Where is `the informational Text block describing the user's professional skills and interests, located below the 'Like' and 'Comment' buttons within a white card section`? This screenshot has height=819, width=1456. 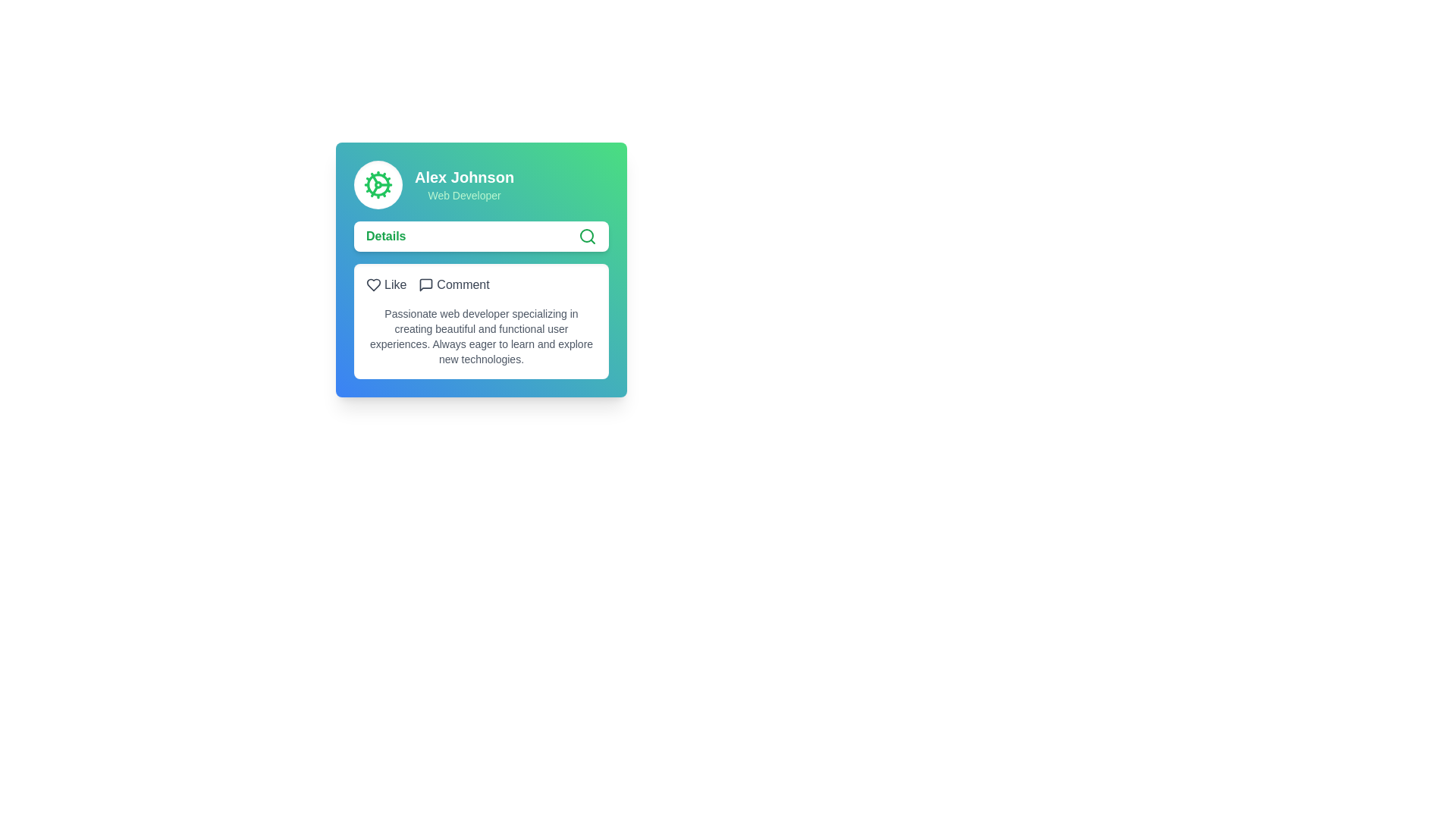
the informational Text block describing the user's professional skills and interests, located below the 'Like' and 'Comment' buttons within a white card section is located at coordinates (480, 335).